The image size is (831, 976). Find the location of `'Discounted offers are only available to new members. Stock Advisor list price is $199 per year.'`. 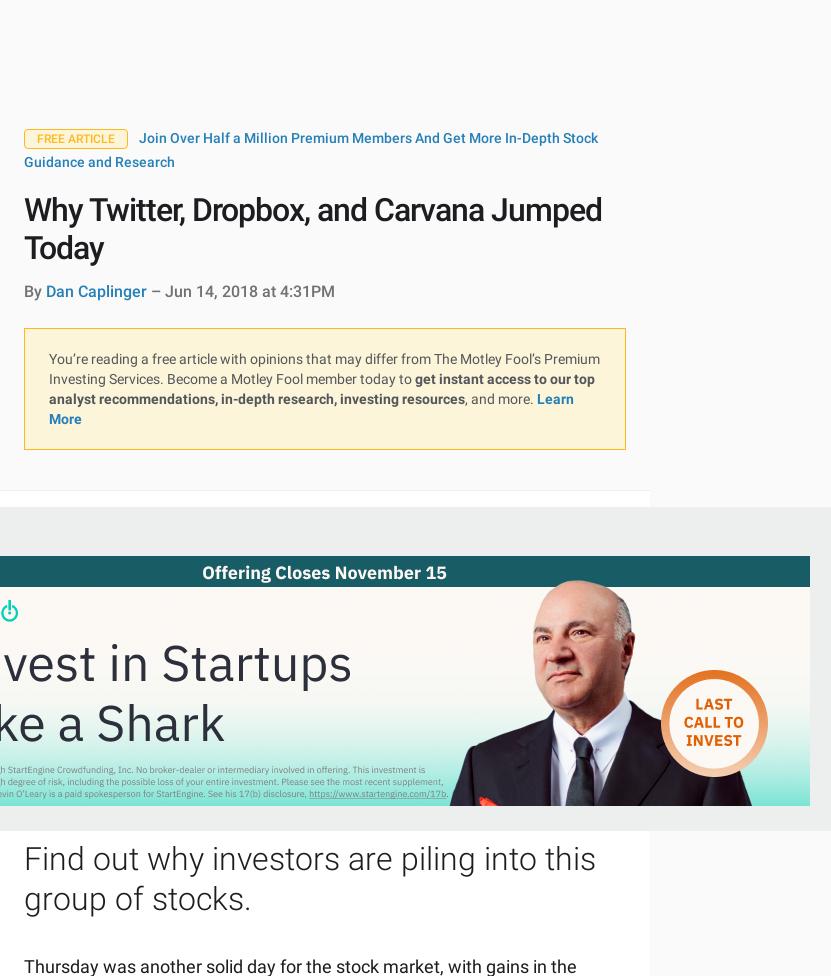

'Discounted offers are only available to new members. Stock Advisor list price is $199 per year.' is located at coordinates (250, 602).